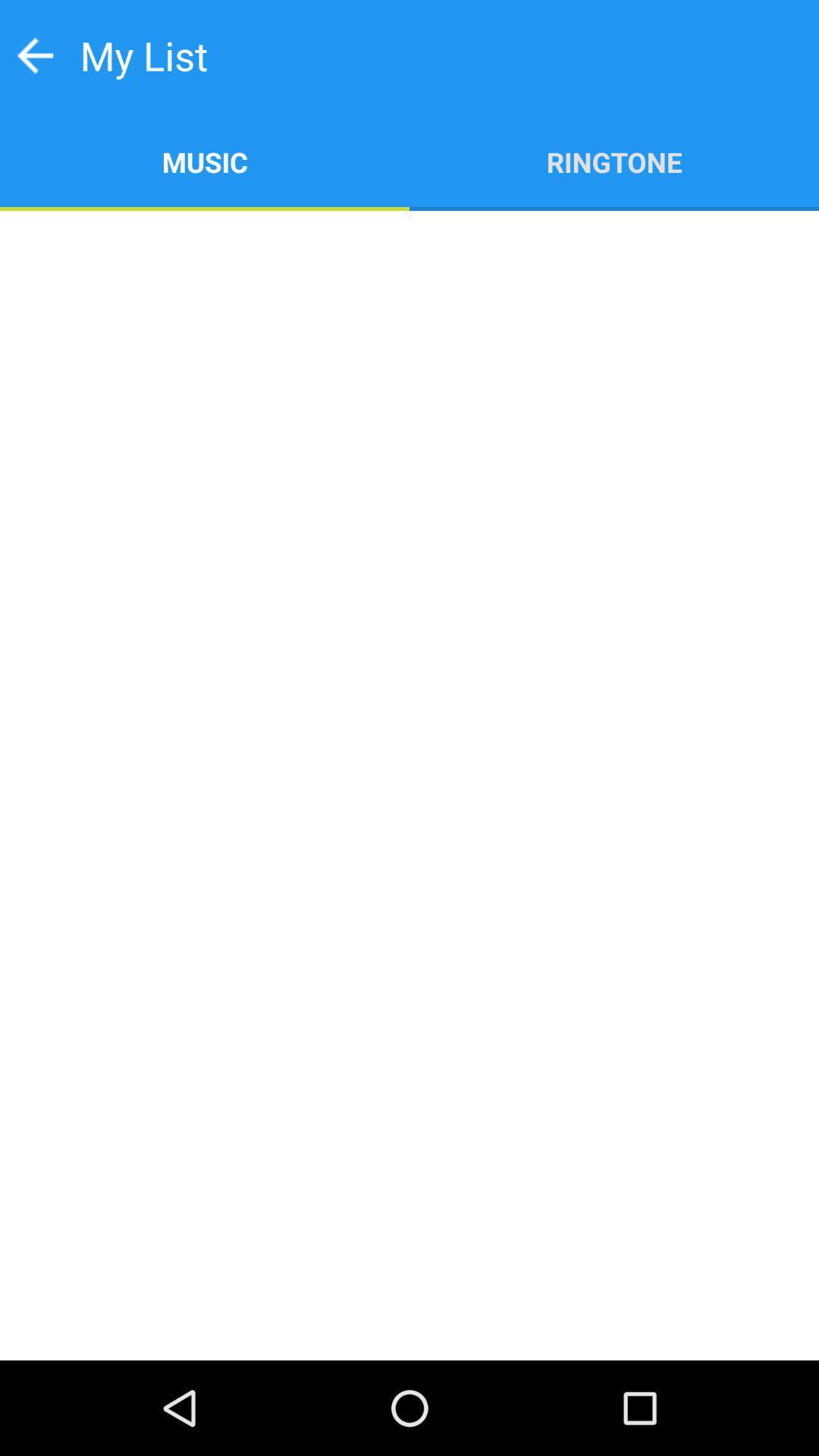  Describe the element at coordinates (34, 55) in the screenshot. I see `the icon above the music item` at that location.